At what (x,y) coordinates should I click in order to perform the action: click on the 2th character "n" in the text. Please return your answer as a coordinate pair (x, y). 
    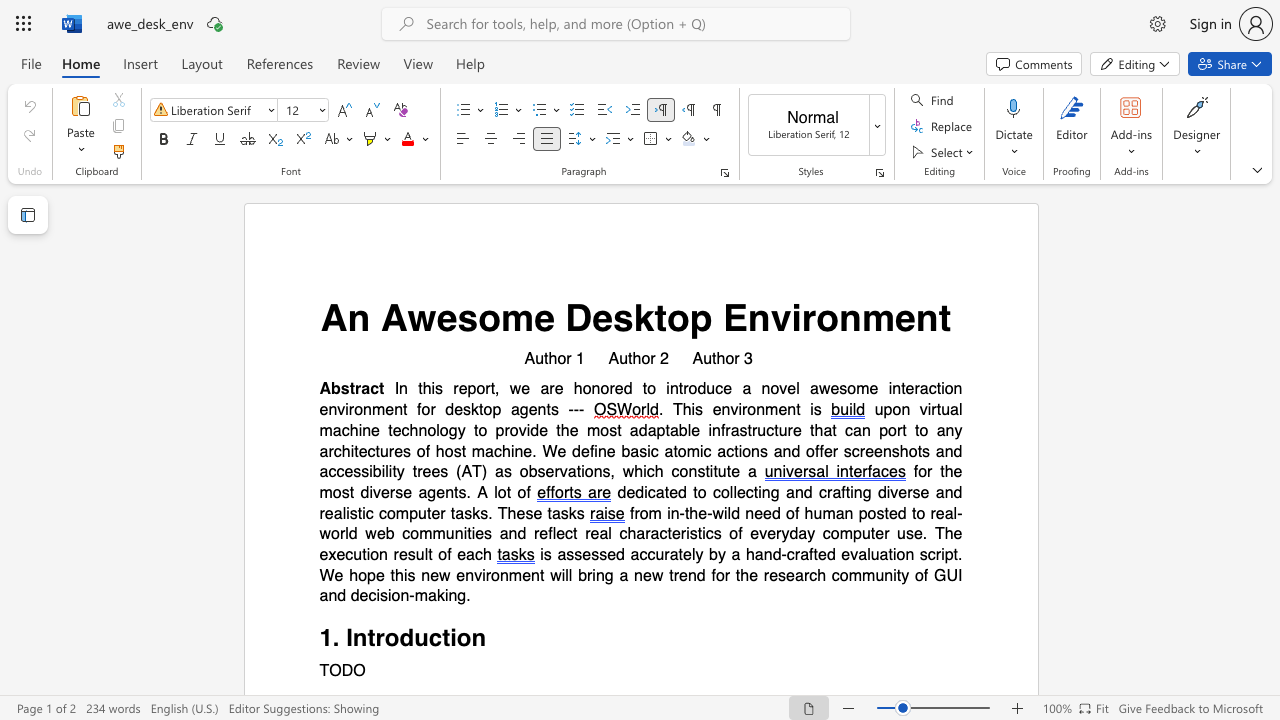
    Looking at the image, I should click on (637, 575).